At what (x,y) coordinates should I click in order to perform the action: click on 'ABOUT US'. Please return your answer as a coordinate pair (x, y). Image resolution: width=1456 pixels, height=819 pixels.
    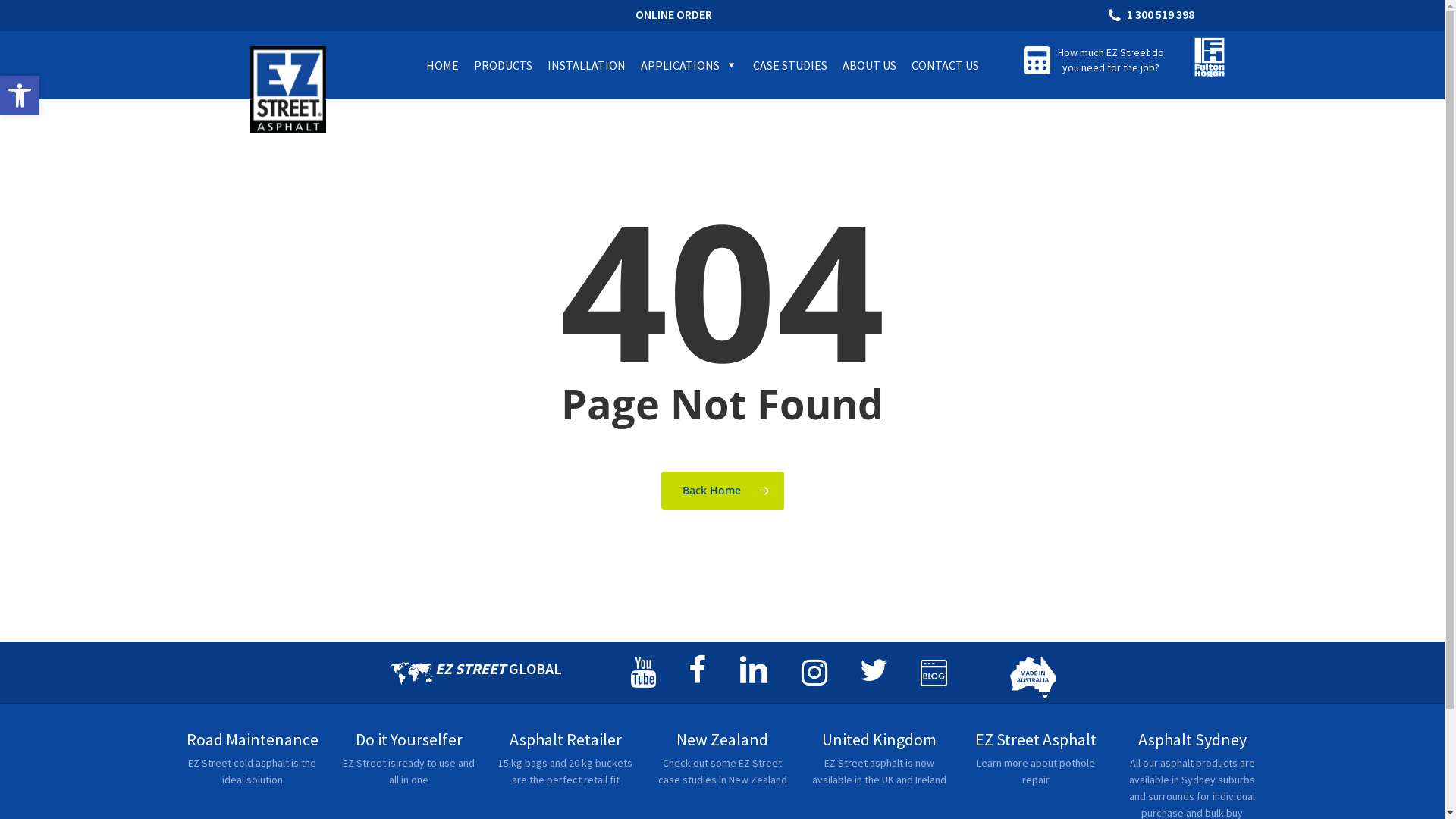
    Looking at the image, I should click on (869, 64).